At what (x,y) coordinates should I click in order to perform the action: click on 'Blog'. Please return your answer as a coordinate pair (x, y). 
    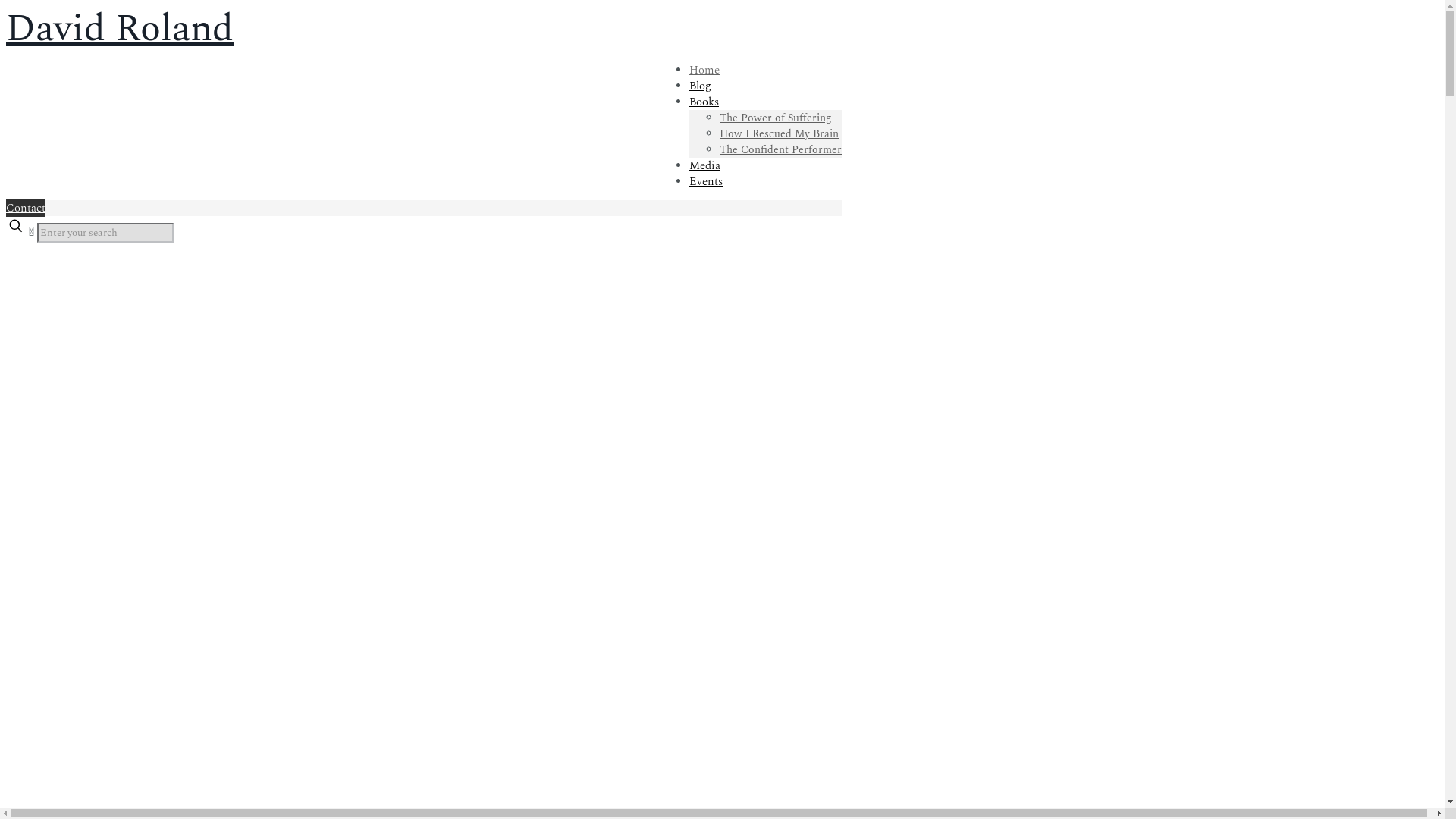
    Looking at the image, I should click on (699, 86).